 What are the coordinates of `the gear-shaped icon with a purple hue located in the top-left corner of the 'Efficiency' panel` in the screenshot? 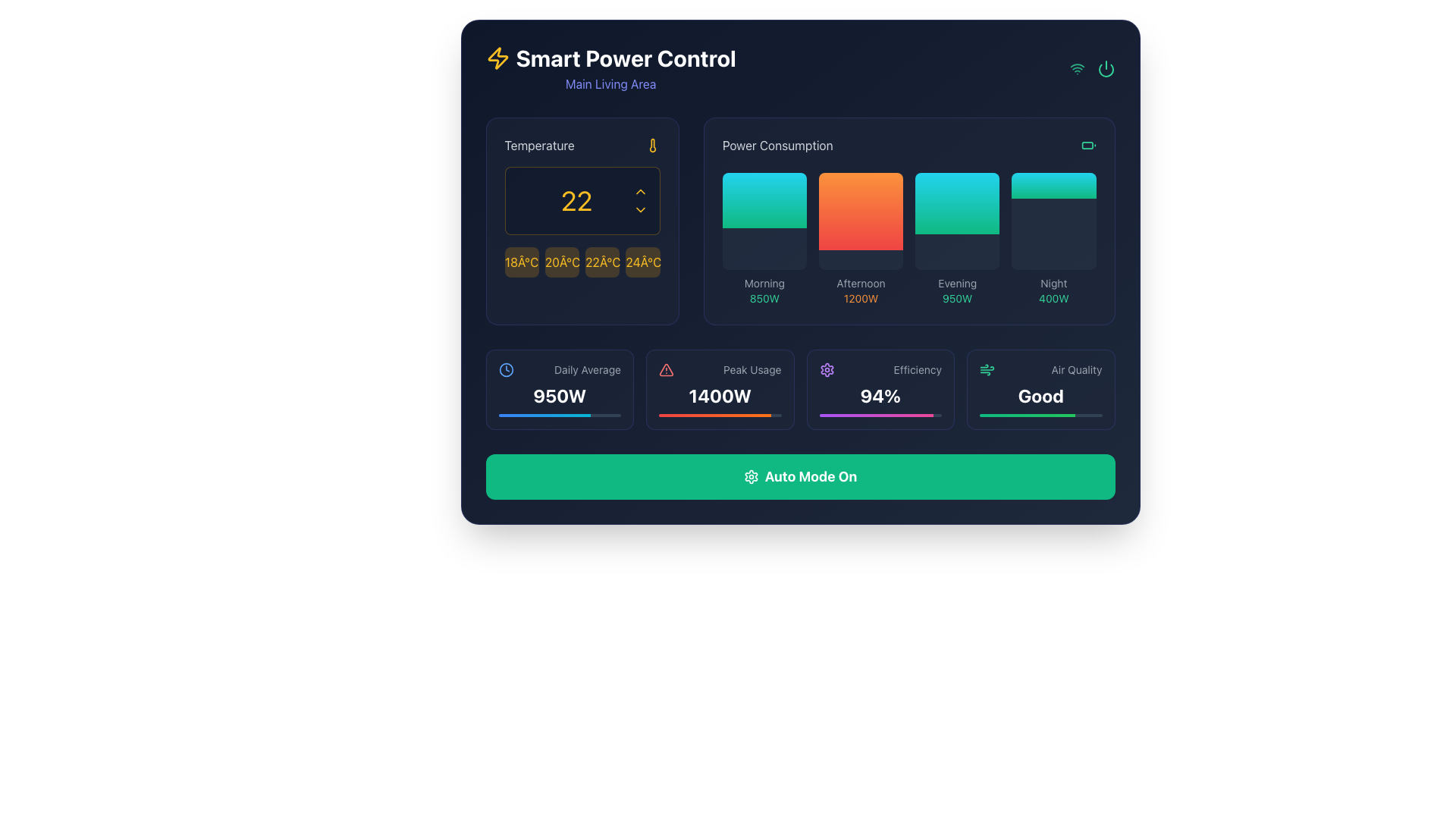 It's located at (826, 370).